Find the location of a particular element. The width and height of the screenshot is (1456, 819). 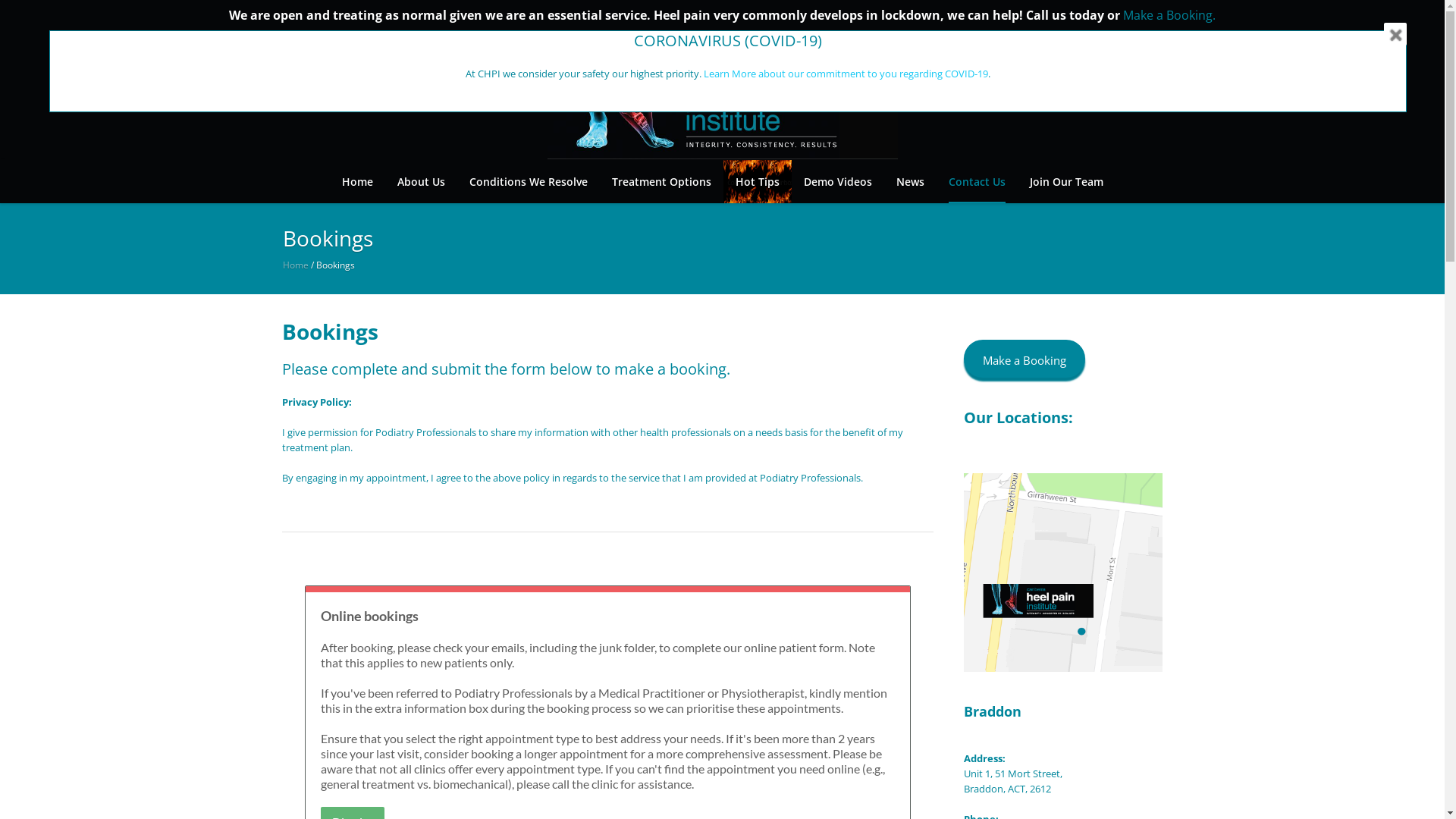

'Hot Tips' is located at coordinates (757, 180).